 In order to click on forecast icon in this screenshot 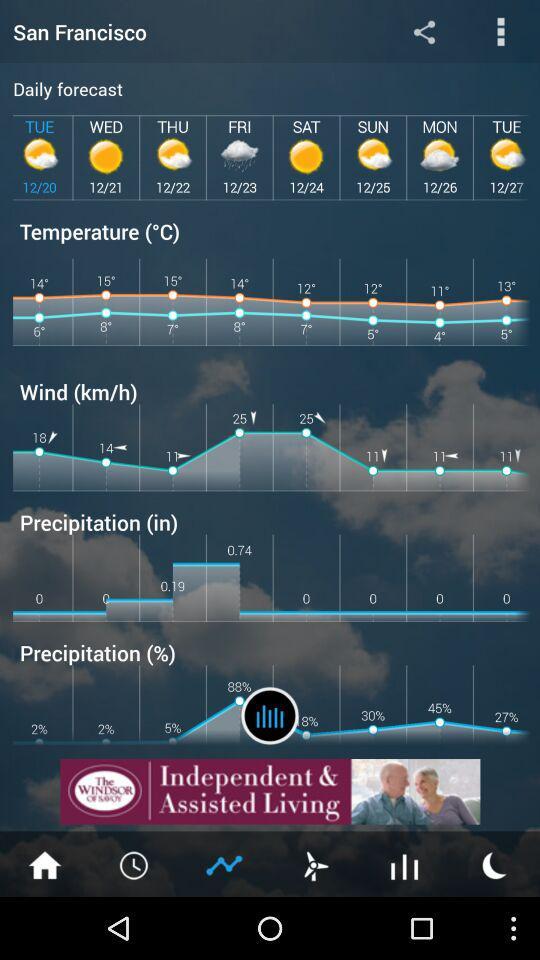, I will do `click(270, 715)`.